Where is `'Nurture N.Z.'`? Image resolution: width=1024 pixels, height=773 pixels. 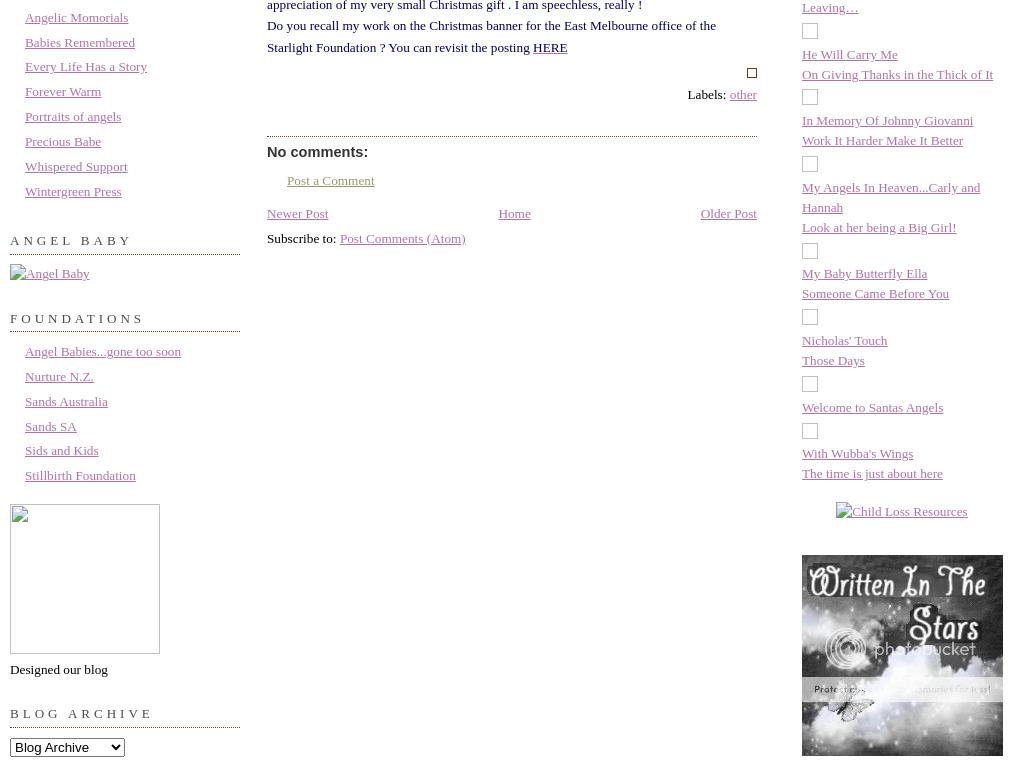 'Nurture N.Z.' is located at coordinates (57, 375).